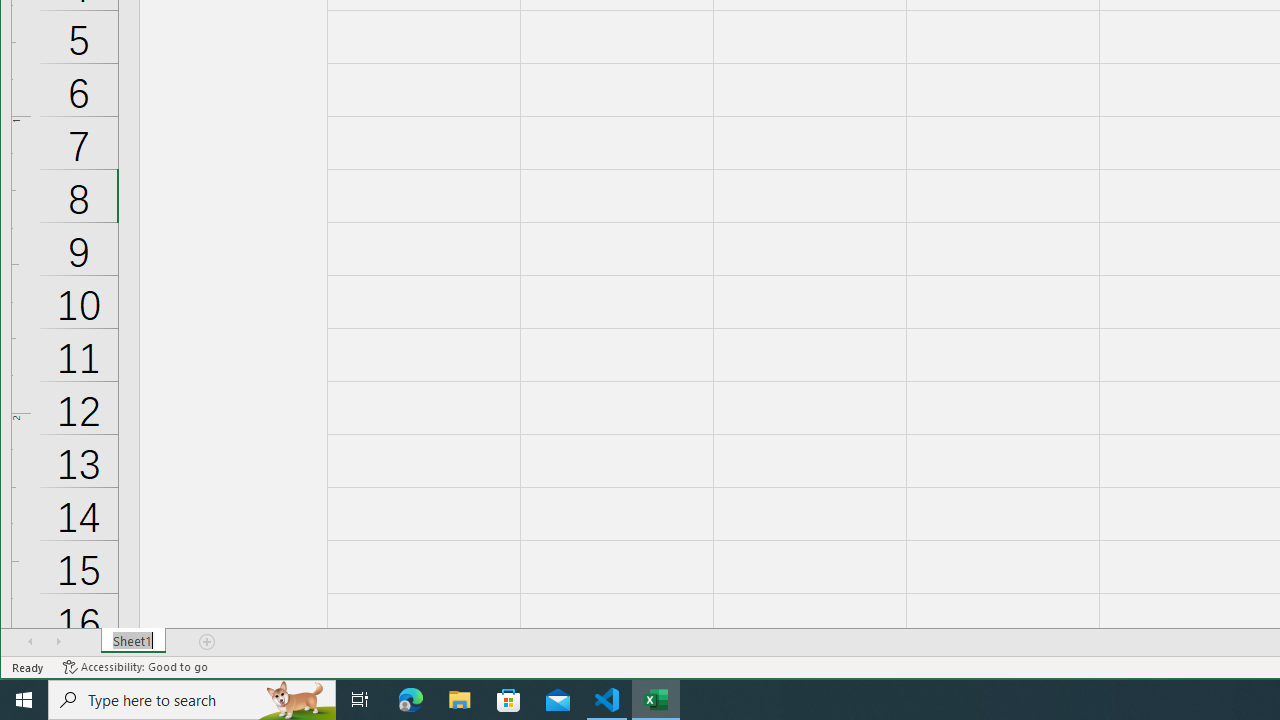 The width and height of the screenshot is (1280, 720). Describe the element at coordinates (24, 698) in the screenshot. I see `'Start'` at that location.